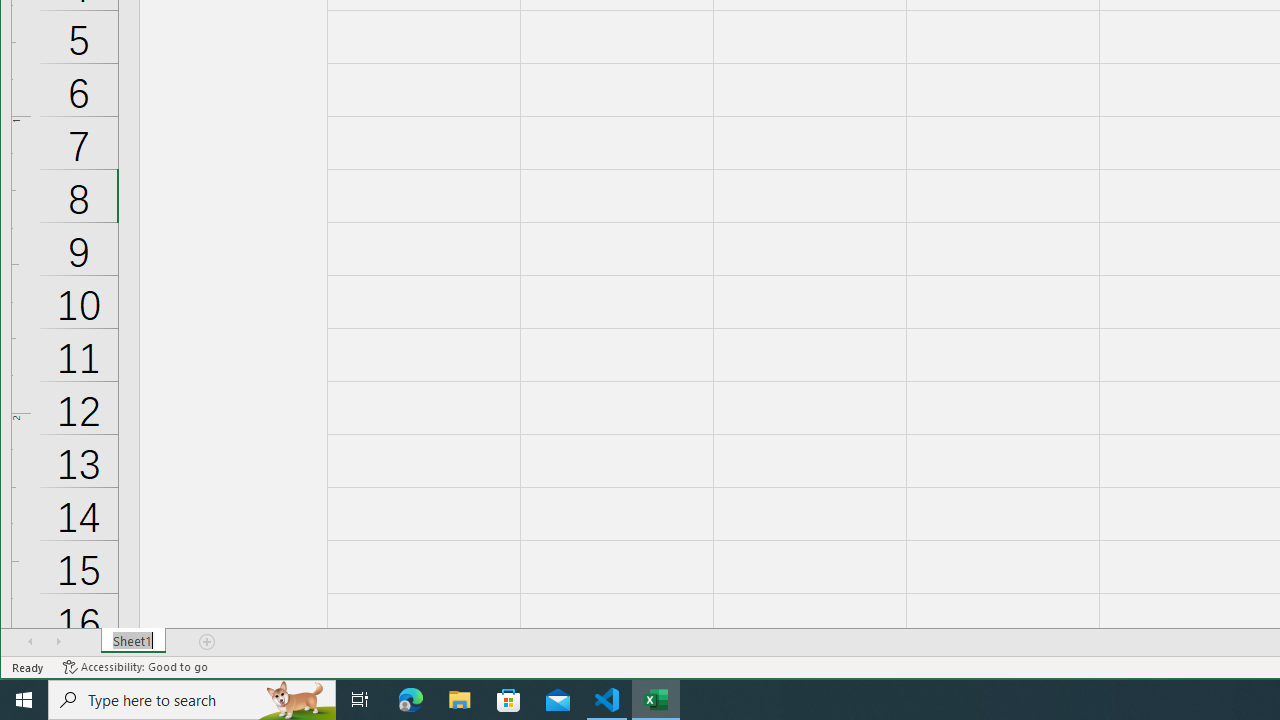 The width and height of the screenshot is (1280, 720). Describe the element at coordinates (24, 698) in the screenshot. I see `'Start'` at that location.